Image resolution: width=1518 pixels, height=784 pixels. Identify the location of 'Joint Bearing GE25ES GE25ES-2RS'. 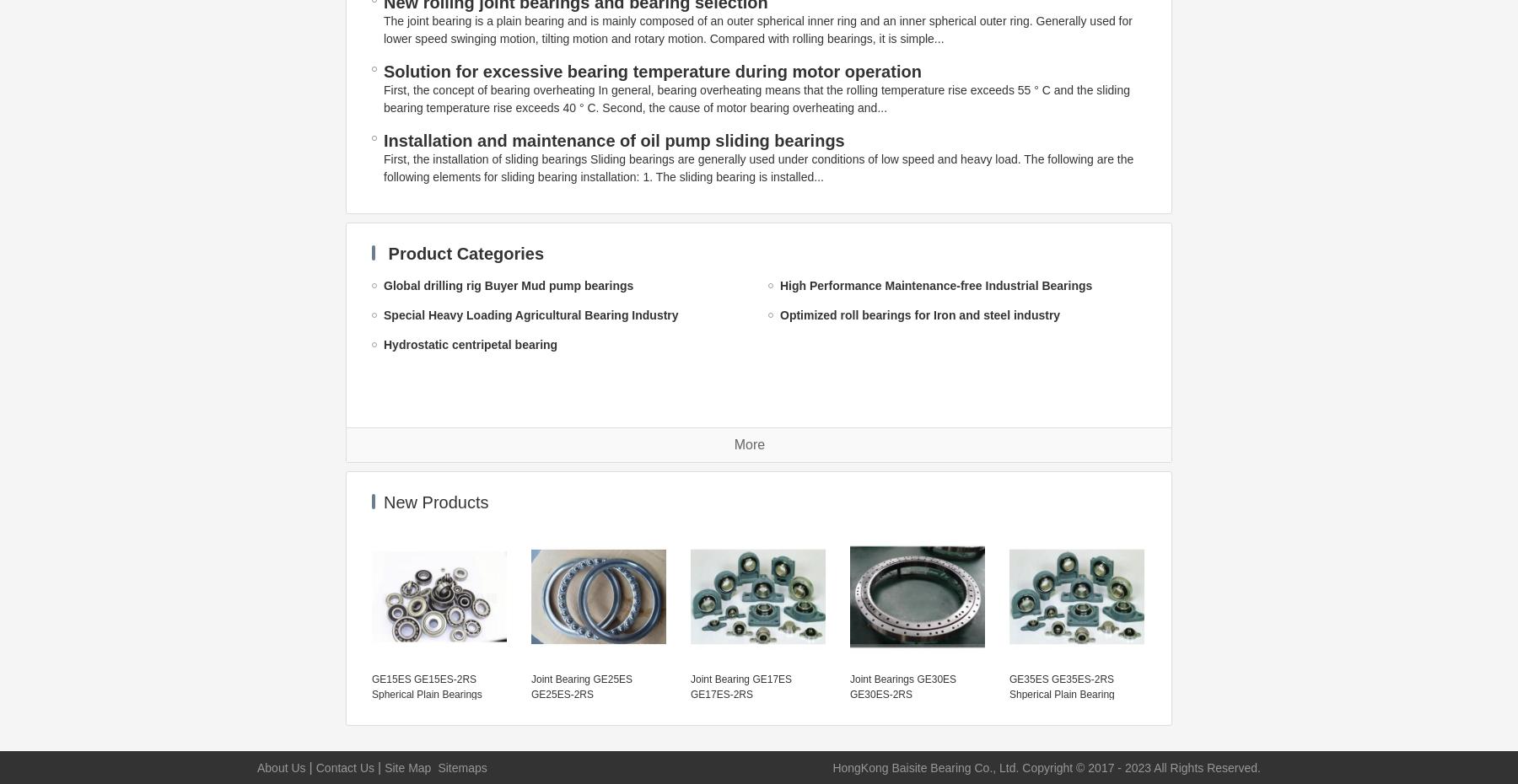
(580, 685).